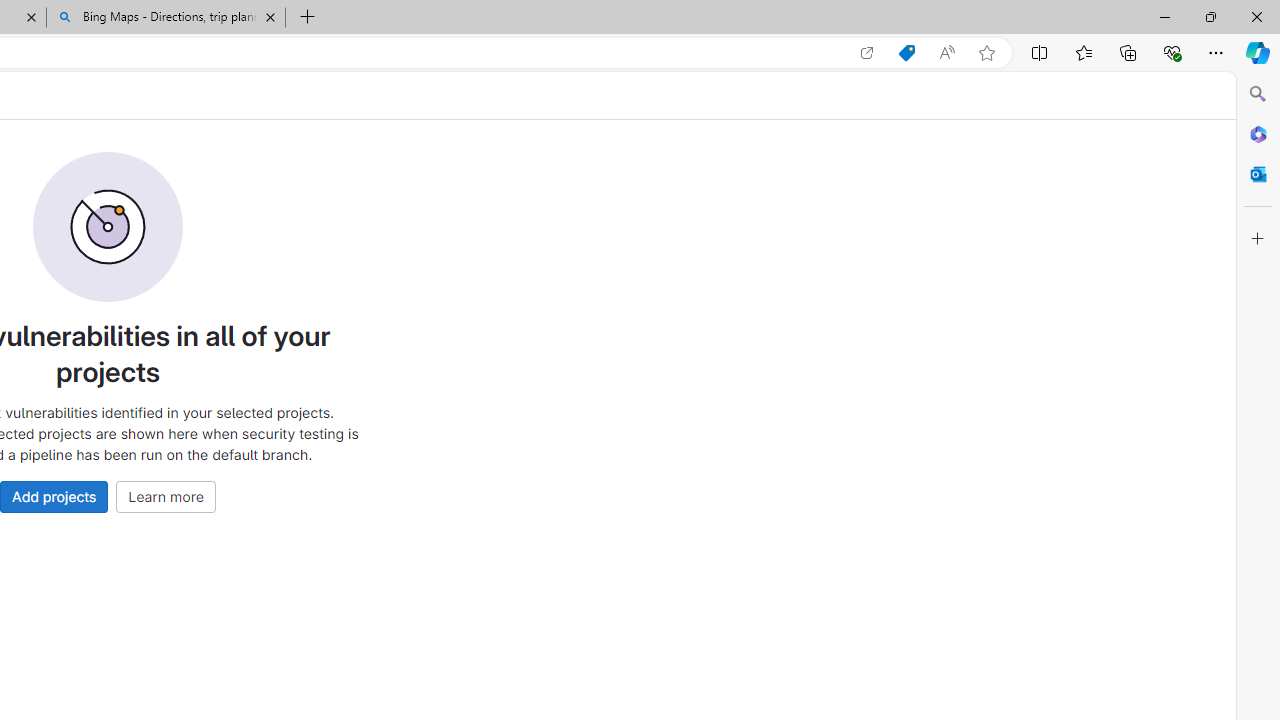 This screenshot has height=720, width=1280. What do you see at coordinates (1215, 51) in the screenshot?
I see `'Settings and more (Alt+F)'` at bounding box center [1215, 51].